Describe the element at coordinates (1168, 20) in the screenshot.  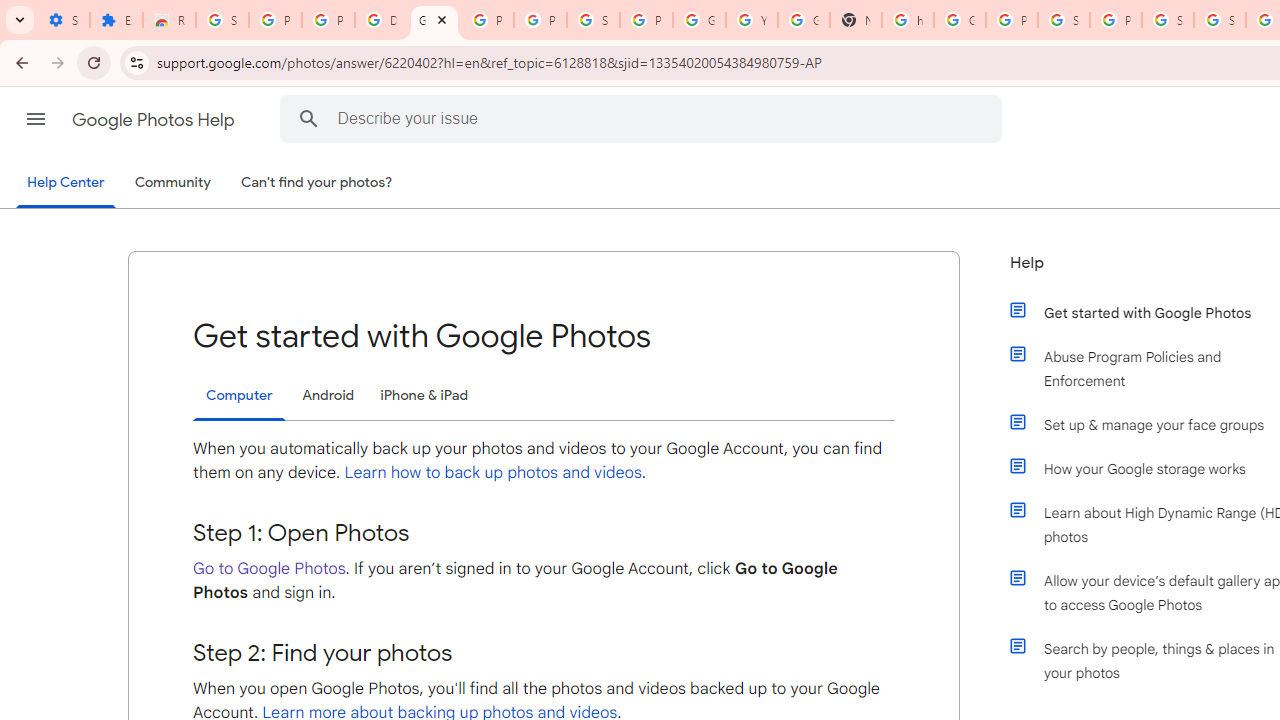
I see `'Sign in - Google Accounts'` at that location.